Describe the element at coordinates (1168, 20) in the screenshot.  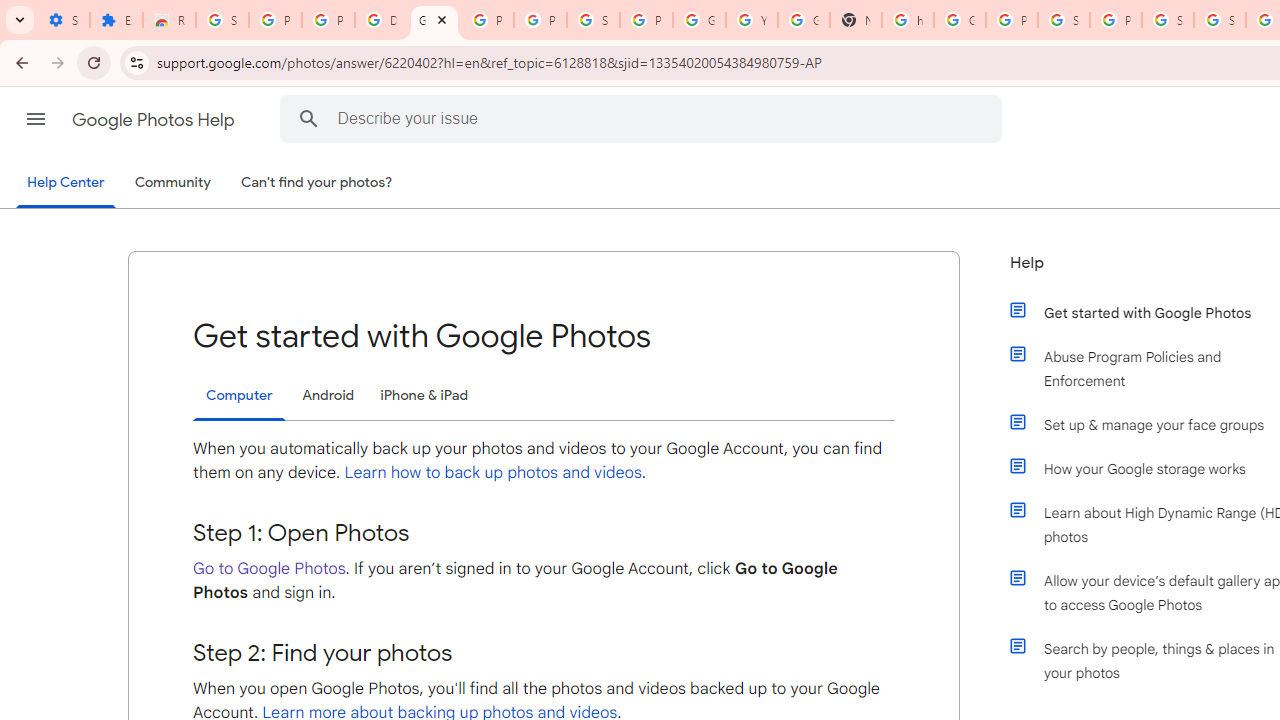
I see `'Sign in - Google Accounts'` at that location.